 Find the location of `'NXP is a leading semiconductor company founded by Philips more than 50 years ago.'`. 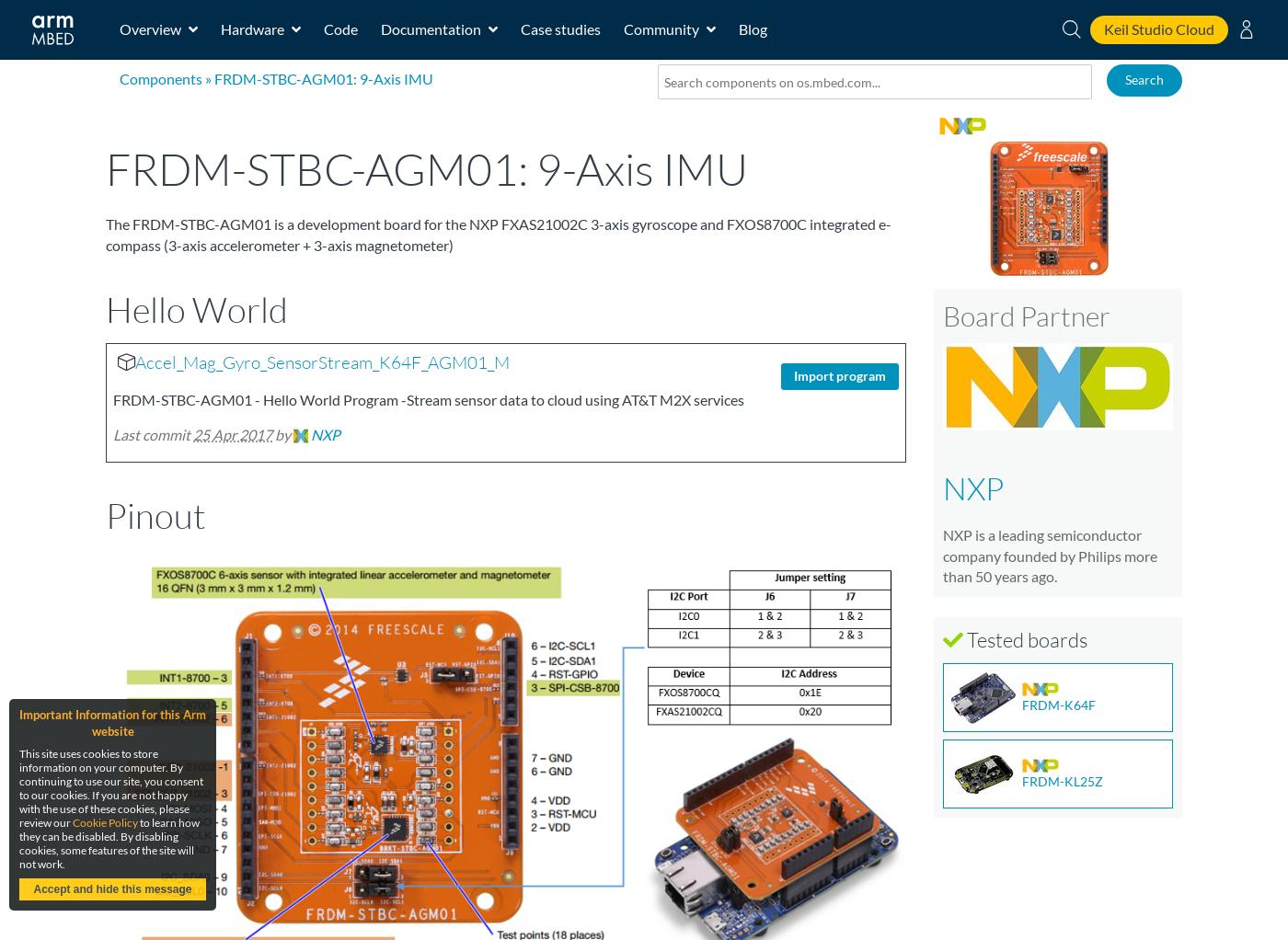

'NXP is a leading semiconductor company founded by Philips more than 50 years ago.' is located at coordinates (942, 555).